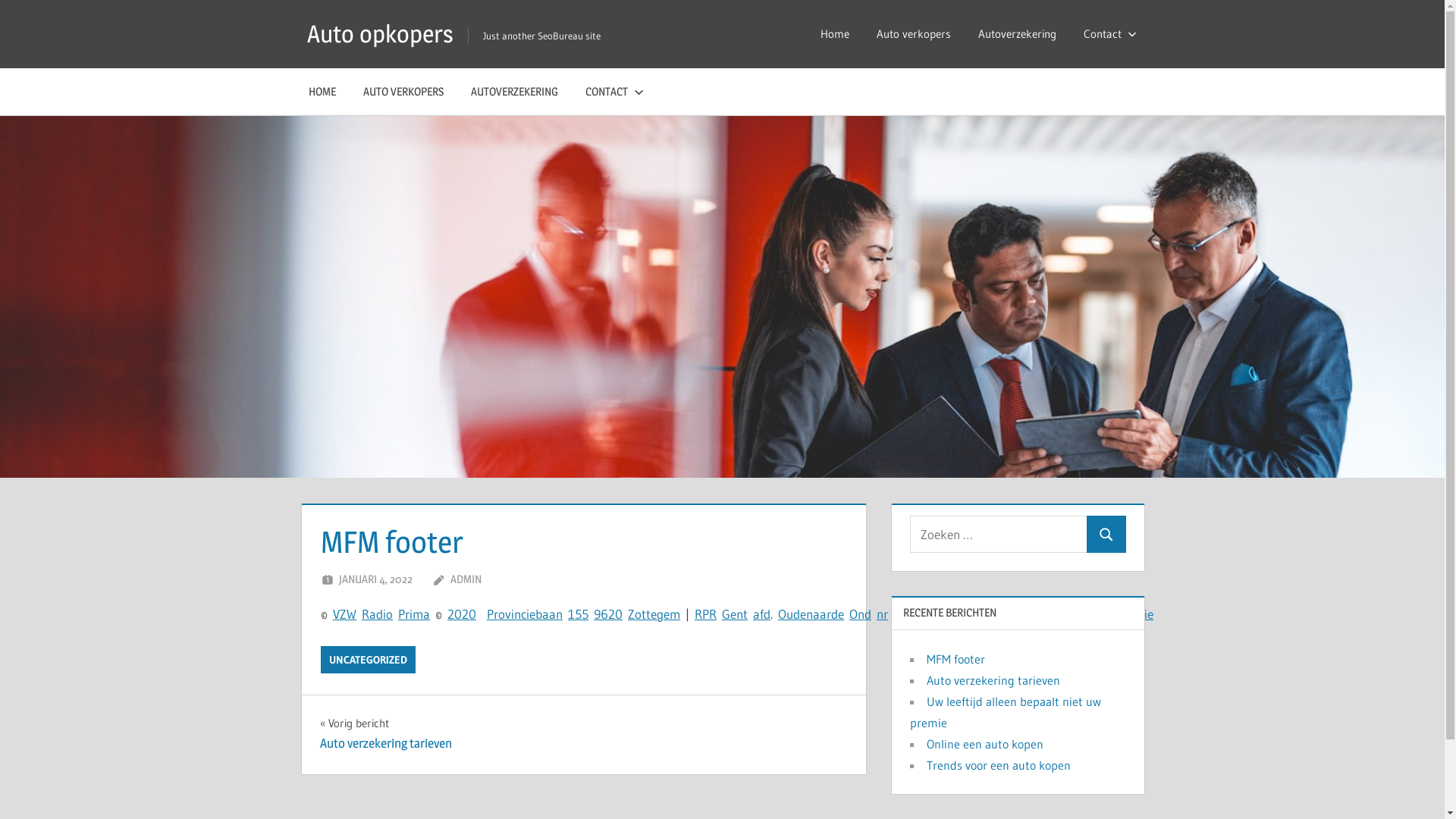 This screenshot has width=1456, height=819. Describe the element at coordinates (1136, 613) in the screenshot. I see `'a'` at that location.